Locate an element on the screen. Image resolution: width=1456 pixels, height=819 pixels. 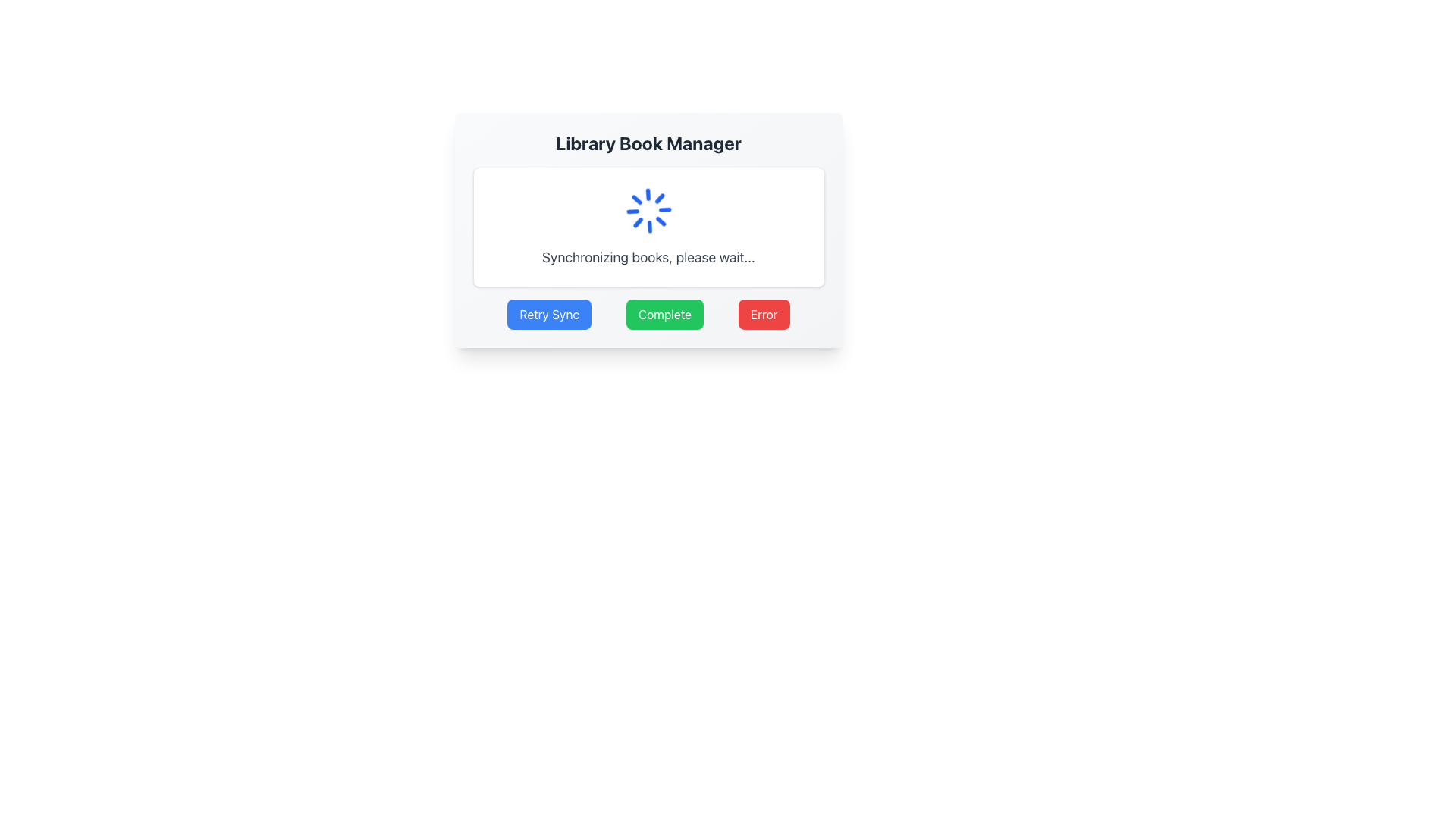
the green 'Complete' button with white text, which is the second button in a group of three is located at coordinates (664, 314).